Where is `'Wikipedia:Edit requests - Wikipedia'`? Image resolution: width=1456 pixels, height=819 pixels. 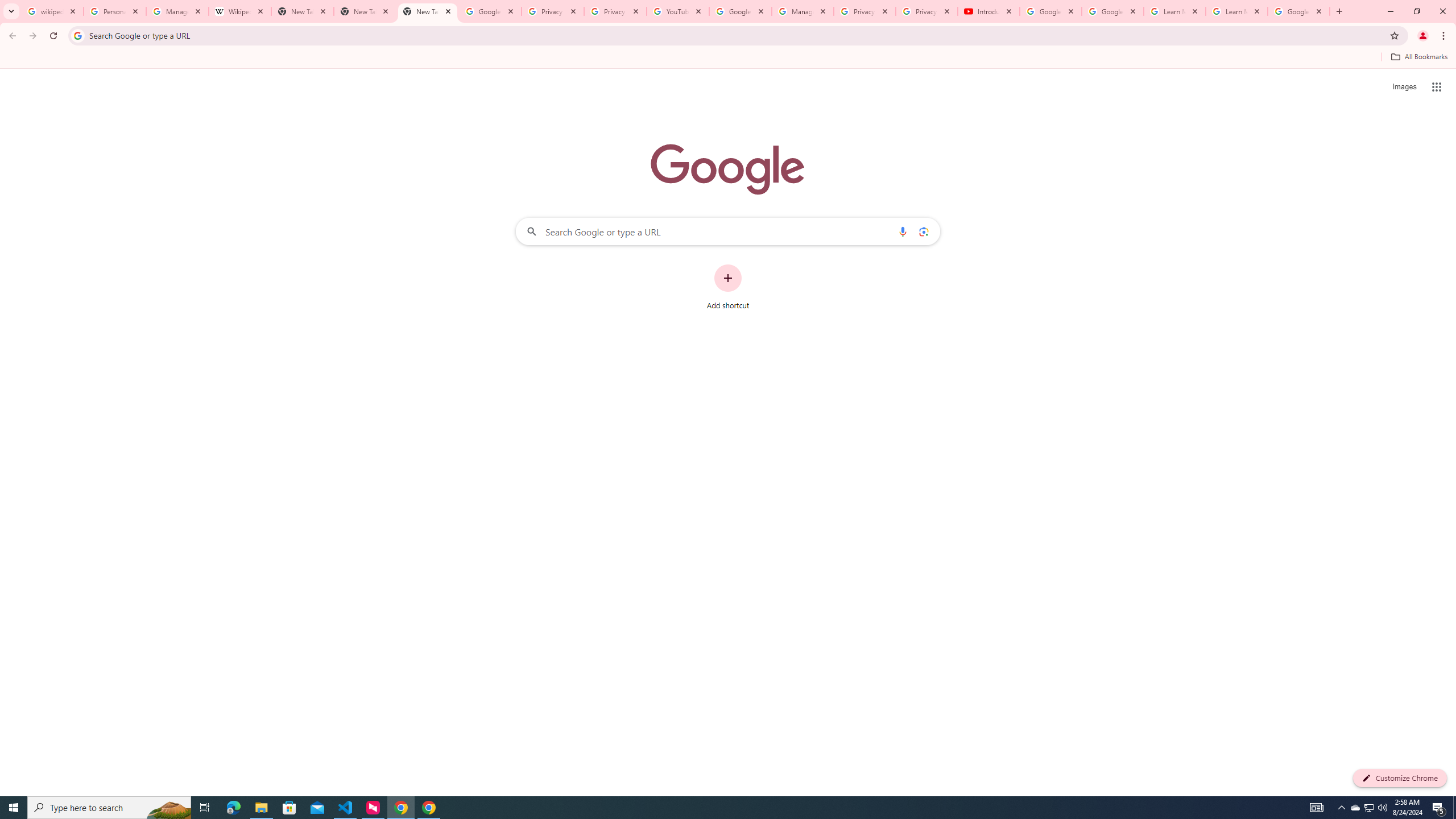 'Wikipedia:Edit requests - Wikipedia' is located at coordinates (239, 11).